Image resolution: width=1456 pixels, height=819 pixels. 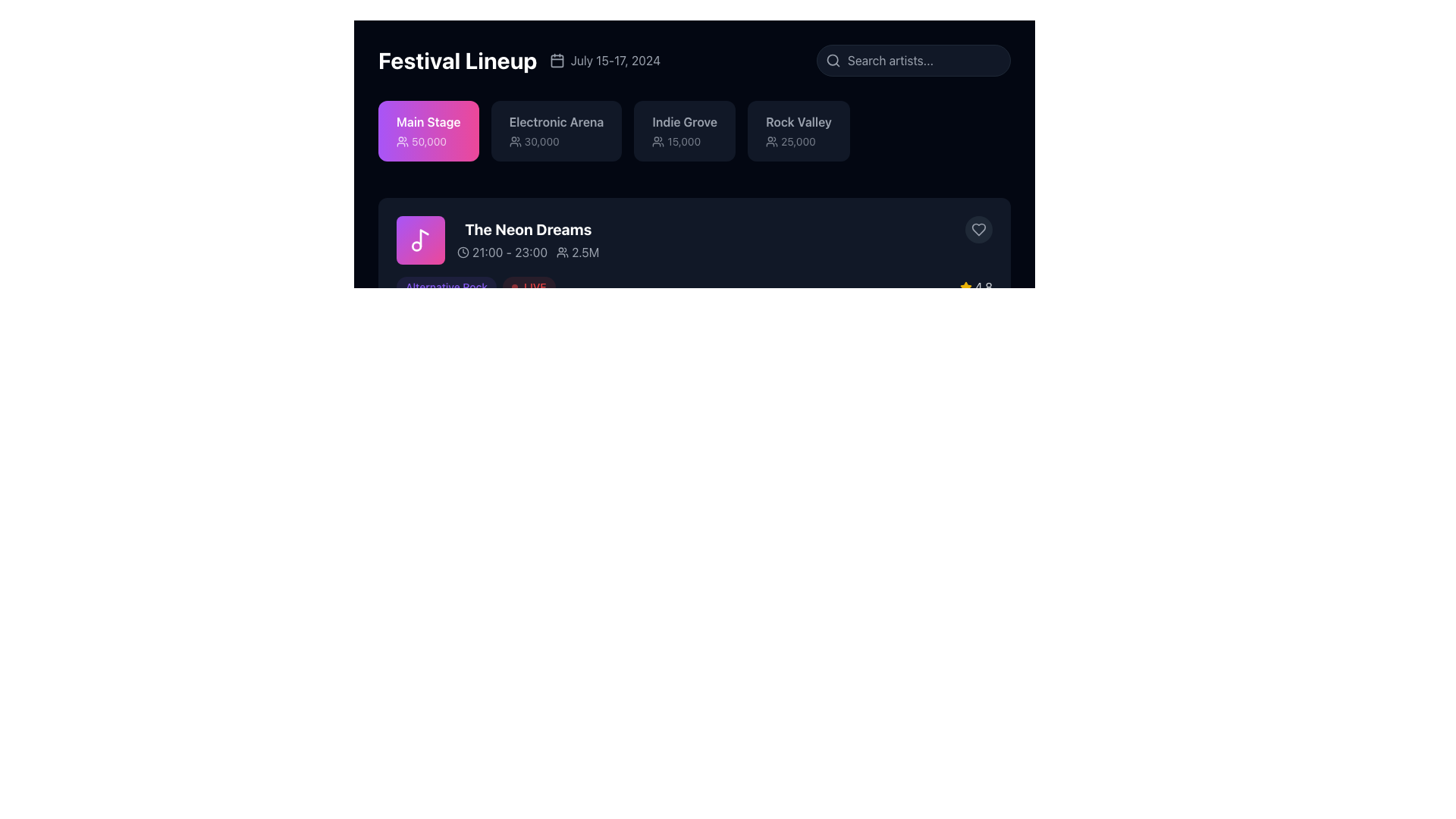 What do you see at coordinates (556, 141) in the screenshot?
I see `the Text Label with Icon indicating the capacity of the 'Electronic Arena', which shows '30,000'` at bounding box center [556, 141].